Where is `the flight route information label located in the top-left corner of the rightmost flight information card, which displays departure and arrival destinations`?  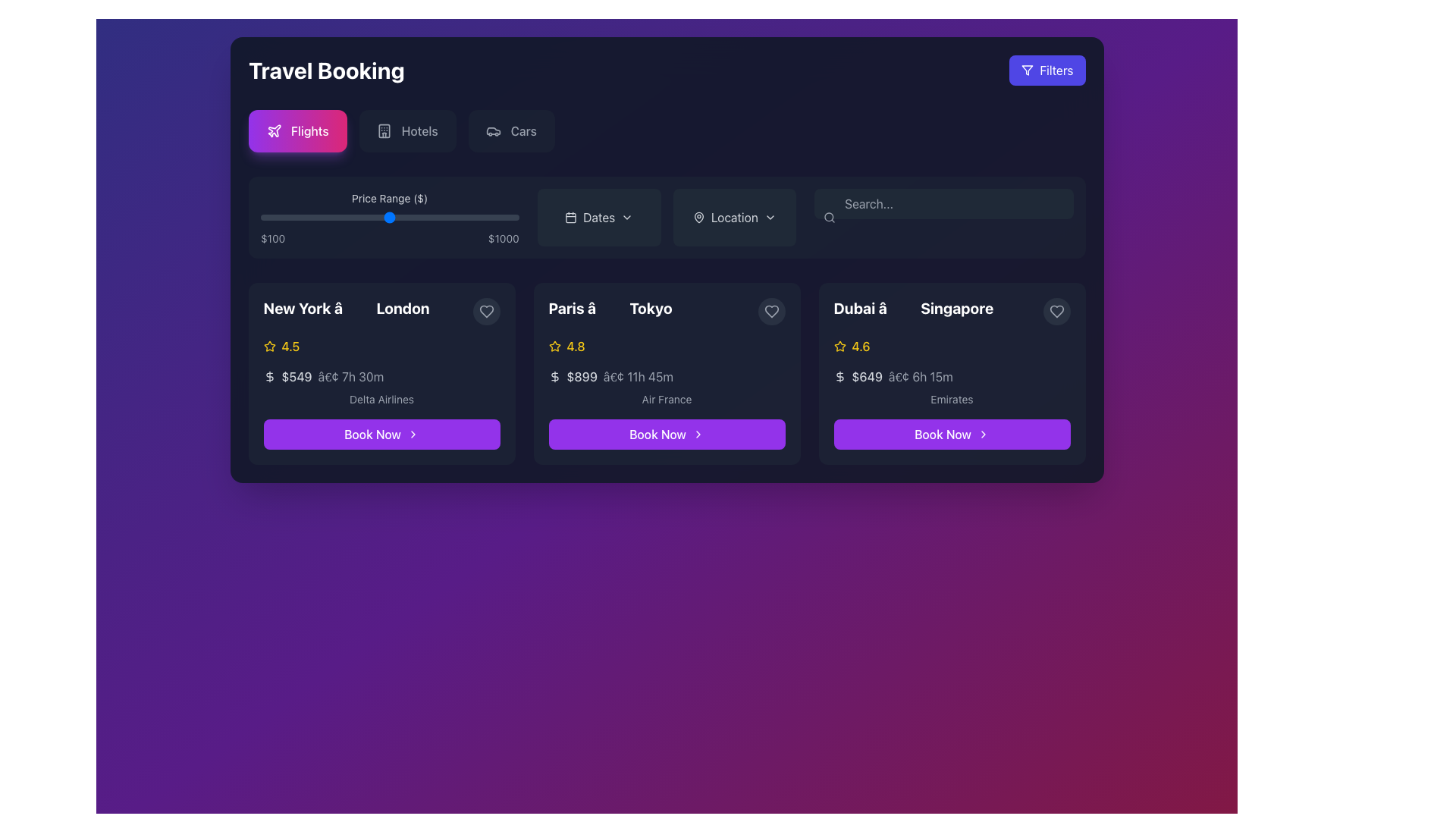
the flight route information label located in the top-left corner of the rightmost flight information card, which displays departure and arrival destinations is located at coordinates (912, 308).